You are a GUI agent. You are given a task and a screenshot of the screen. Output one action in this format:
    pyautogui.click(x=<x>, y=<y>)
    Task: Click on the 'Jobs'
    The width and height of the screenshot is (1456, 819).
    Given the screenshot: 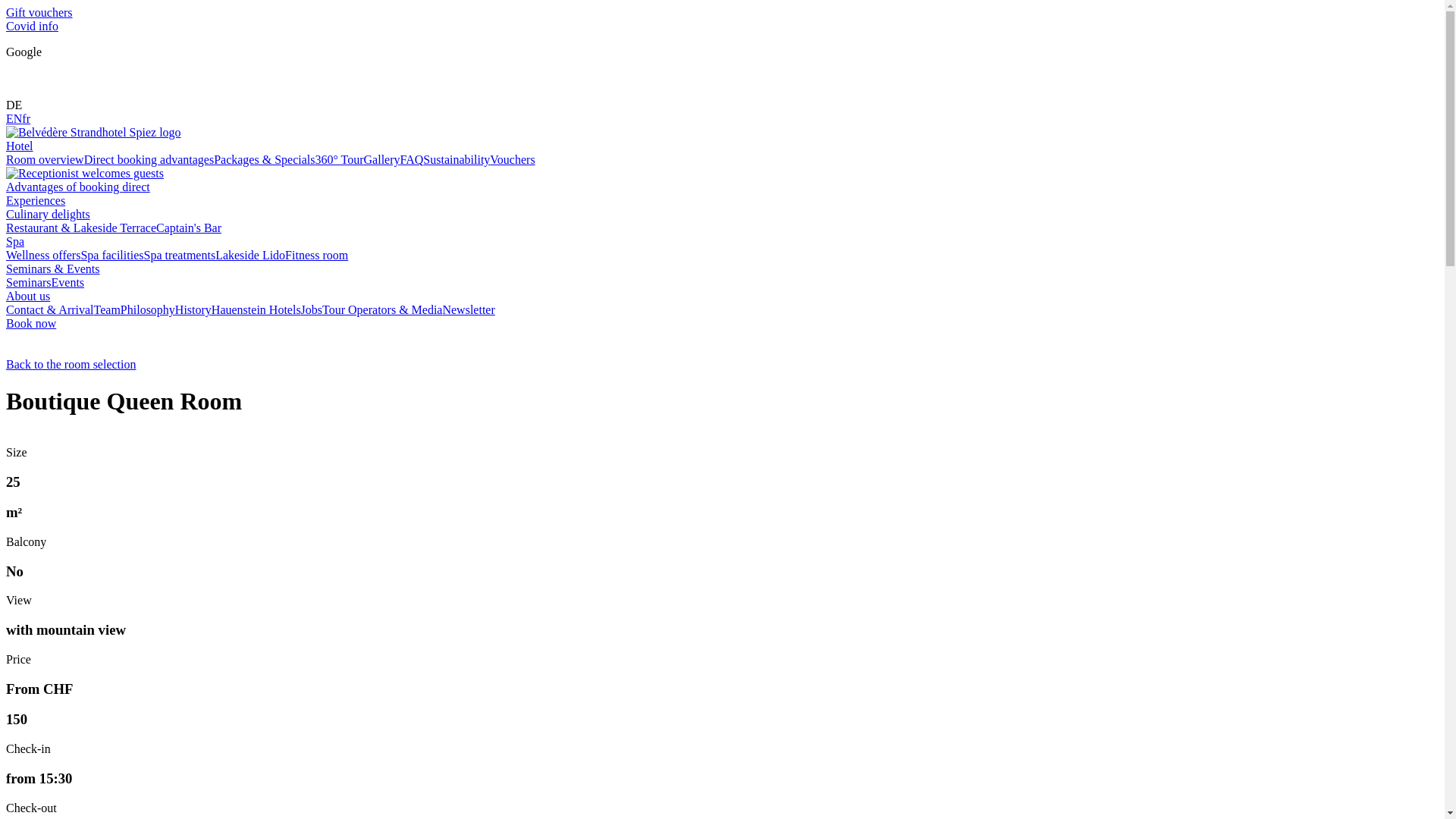 What is the action you would take?
    pyautogui.click(x=311, y=309)
    